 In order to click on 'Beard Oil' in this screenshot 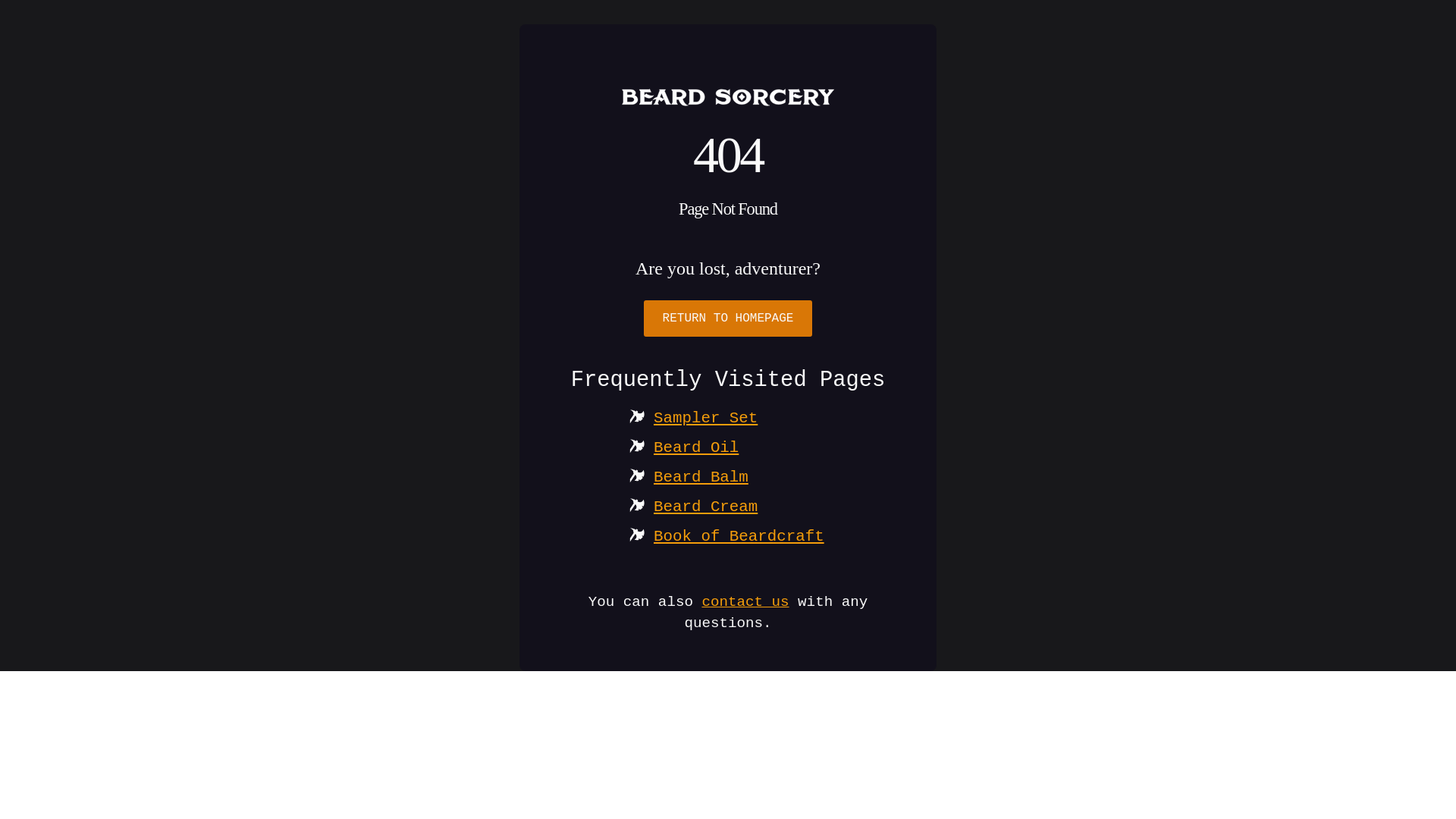, I will do `click(695, 447)`.